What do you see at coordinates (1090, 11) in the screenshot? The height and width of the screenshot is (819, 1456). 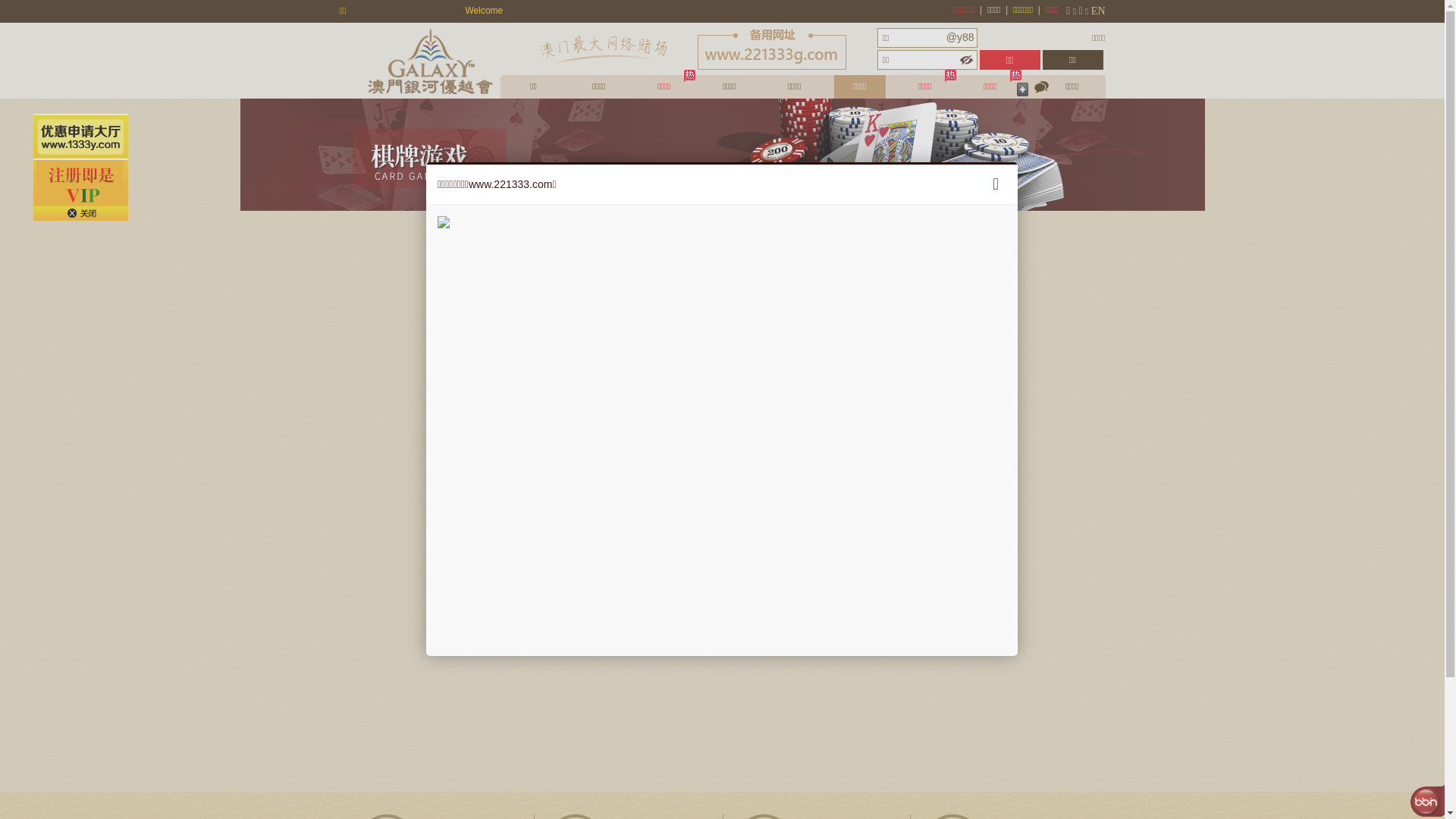 I see `'EN'` at bounding box center [1090, 11].